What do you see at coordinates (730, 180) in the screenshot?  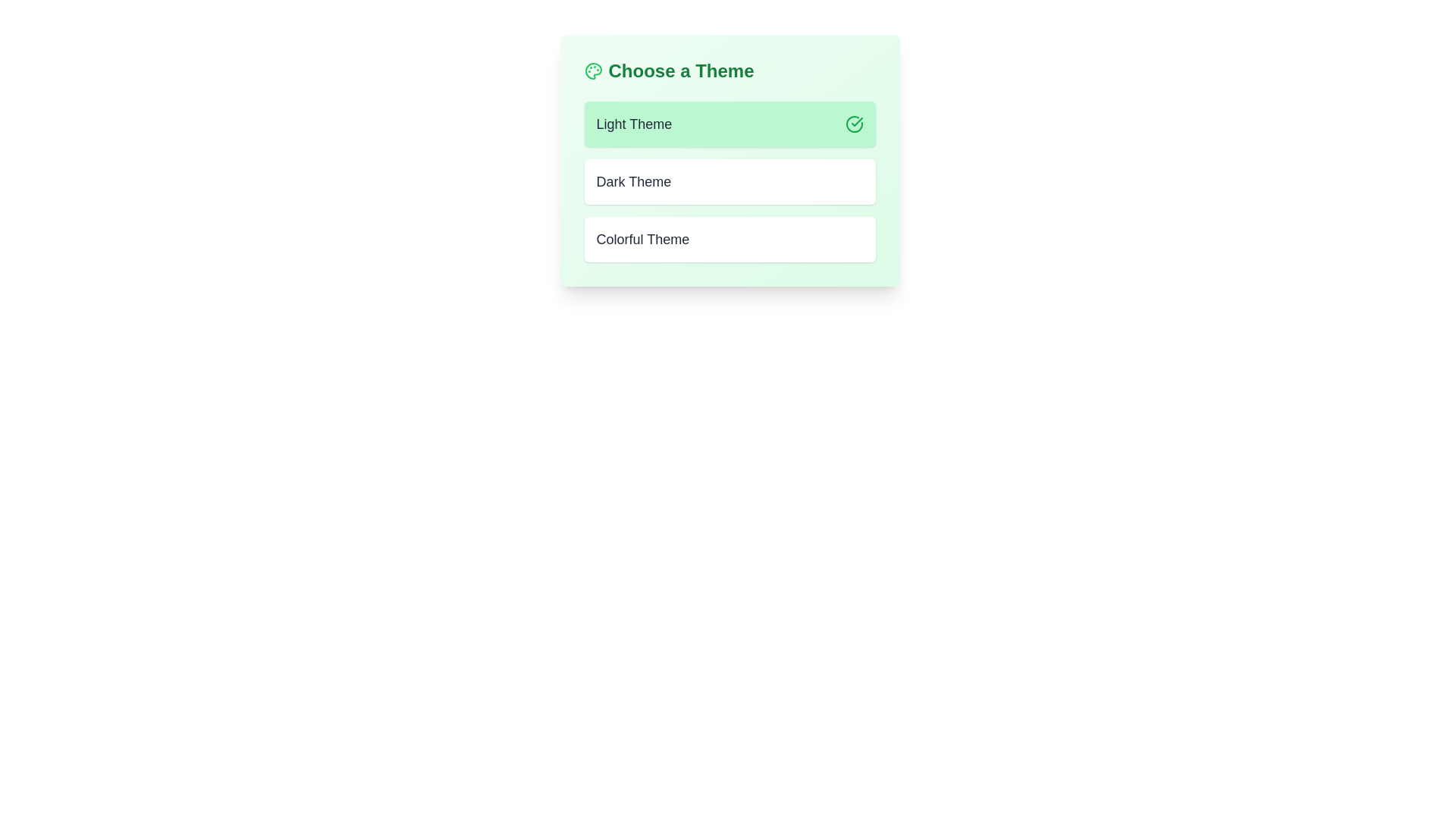 I see `the 'Dark Theme' selectable card` at bounding box center [730, 180].